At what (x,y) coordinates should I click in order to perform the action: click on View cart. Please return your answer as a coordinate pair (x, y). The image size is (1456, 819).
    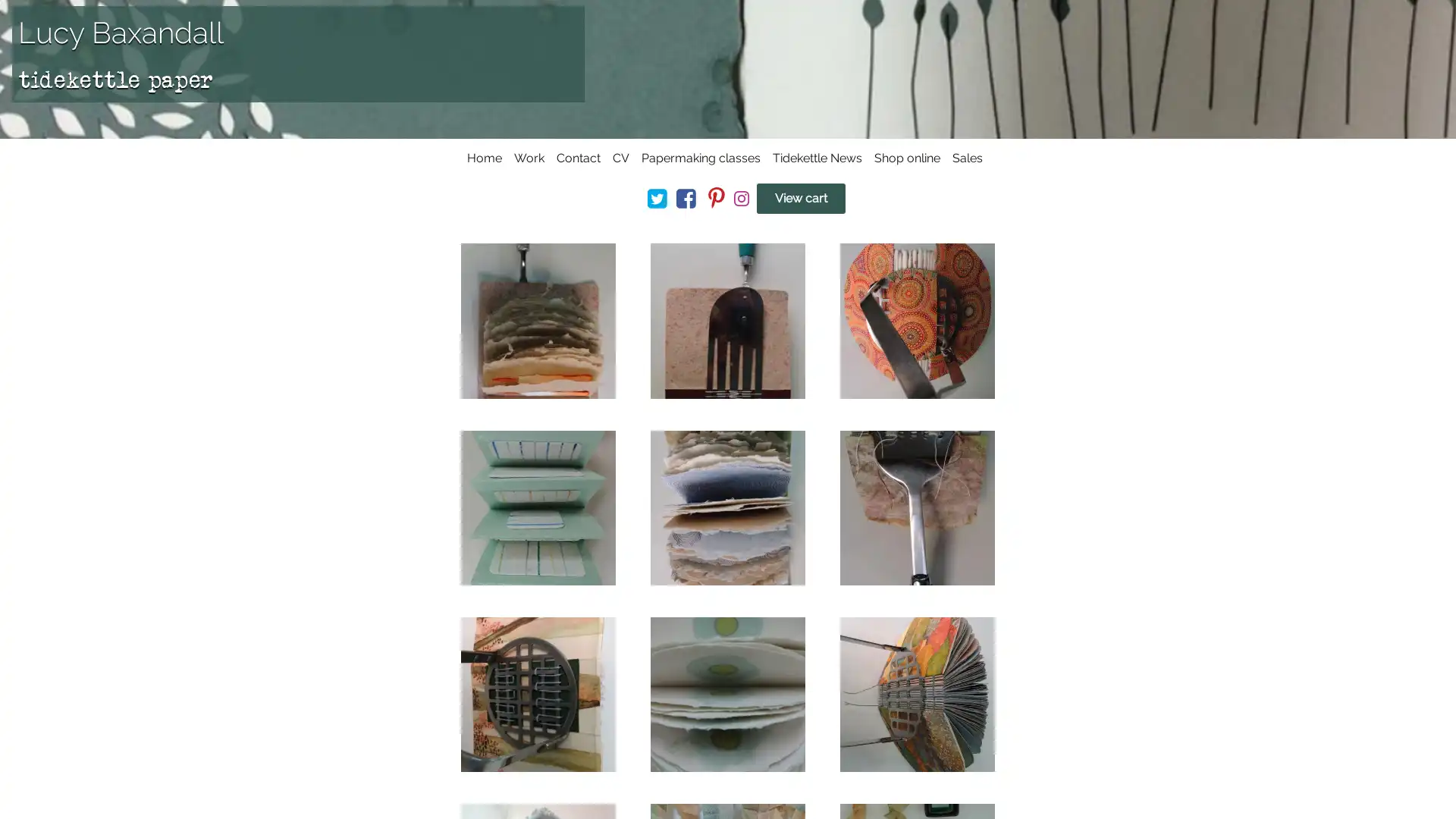
    Looking at the image, I should click on (799, 198).